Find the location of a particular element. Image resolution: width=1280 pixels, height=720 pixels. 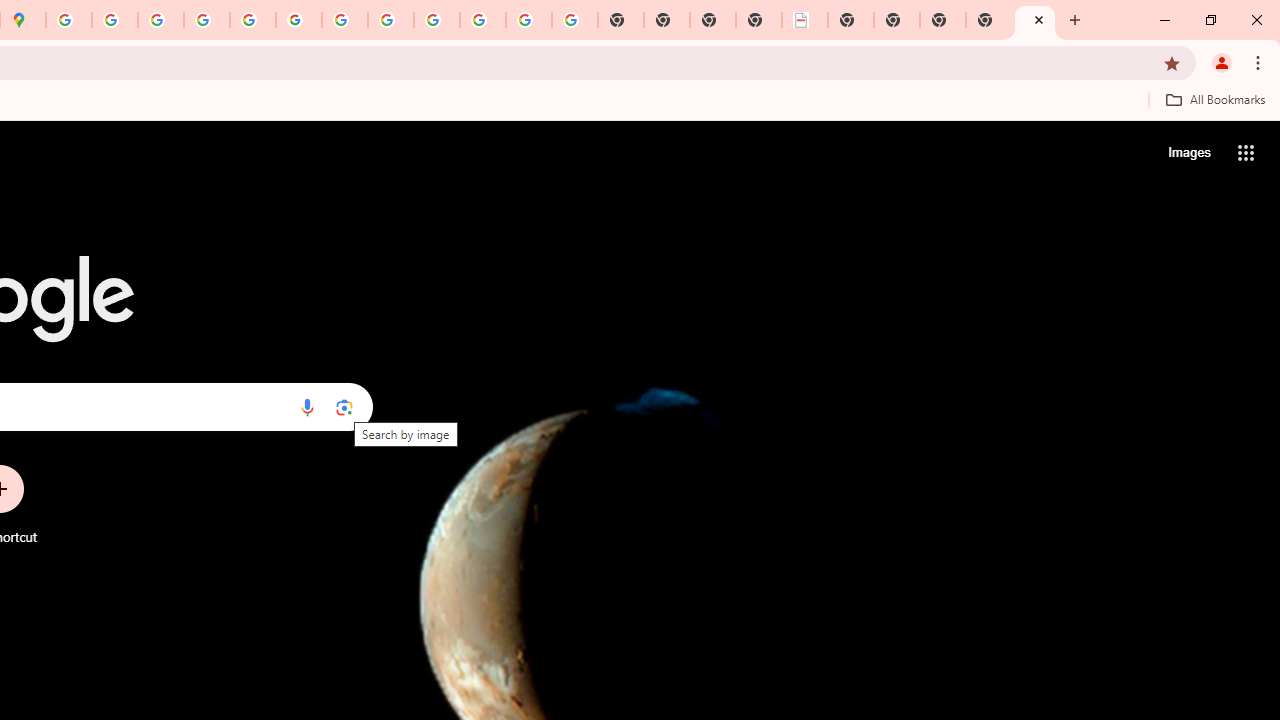

'Search by image' is located at coordinates (344, 406).